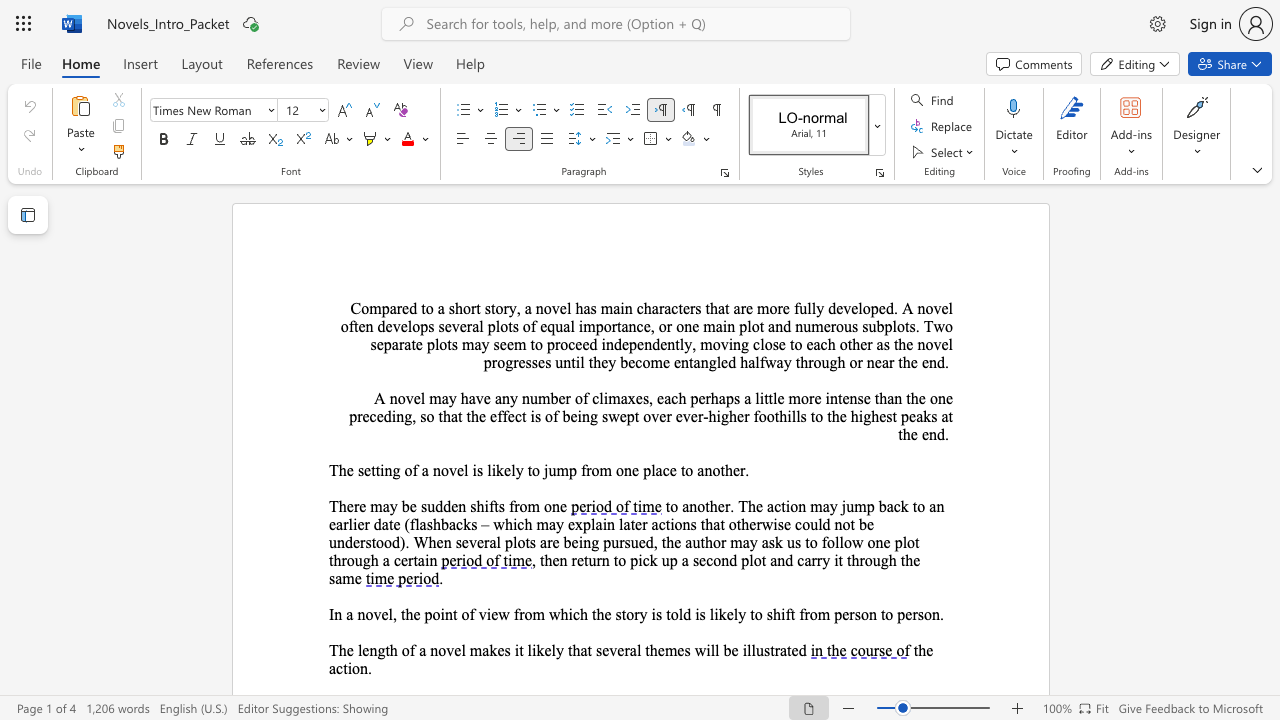 The image size is (1280, 720). What do you see at coordinates (364, 470) in the screenshot?
I see `the subset text "etting of a novel is likely to jump fr" within the text "The setting of a novel is likely to jump from one place to another."` at bounding box center [364, 470].